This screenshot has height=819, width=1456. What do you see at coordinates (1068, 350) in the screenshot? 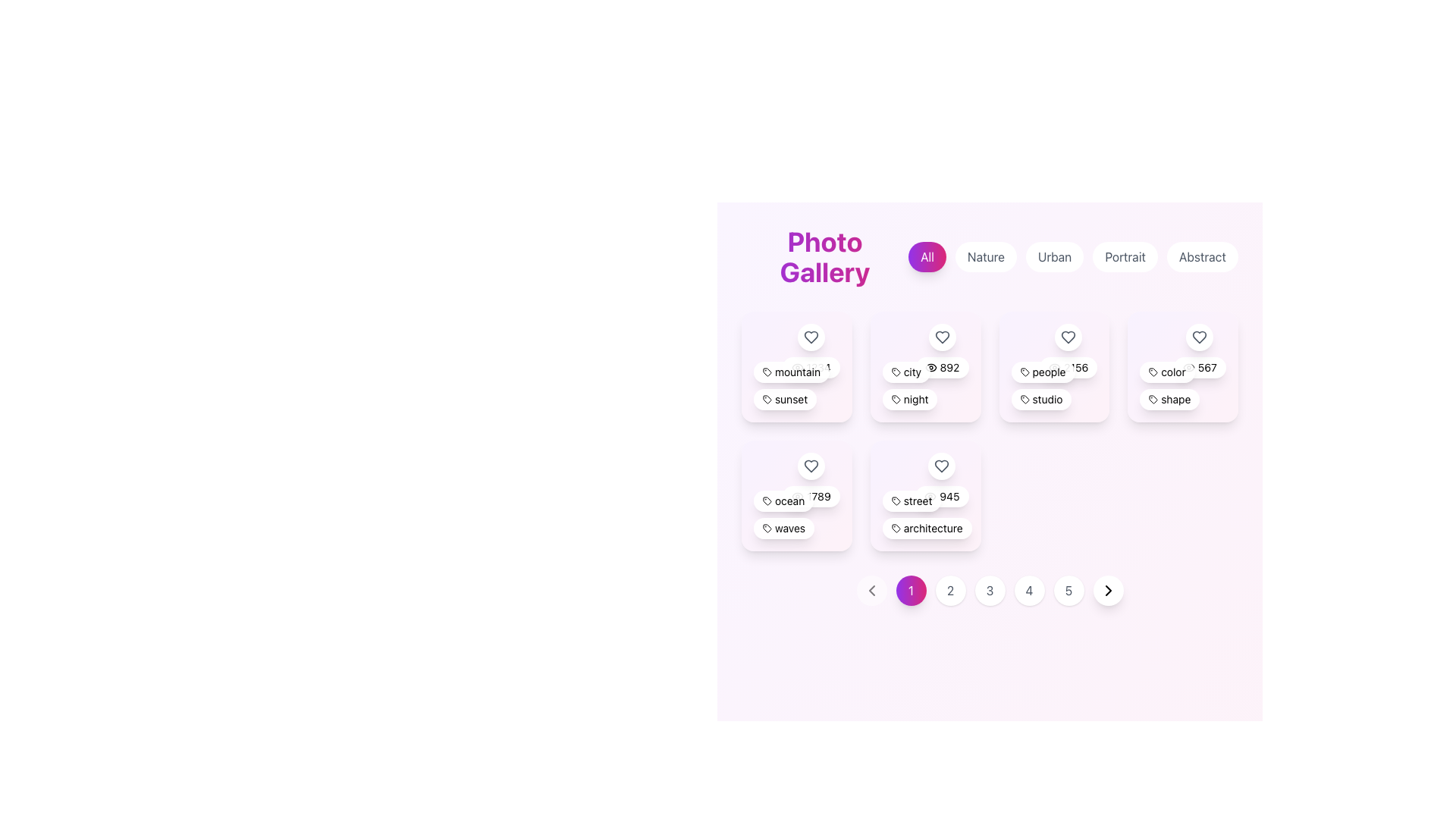
I see `the 'like' button located at the top-right section of the card, positioned above the numerical text '2156' and the label 'people'` at bounding box center [1068, 350].